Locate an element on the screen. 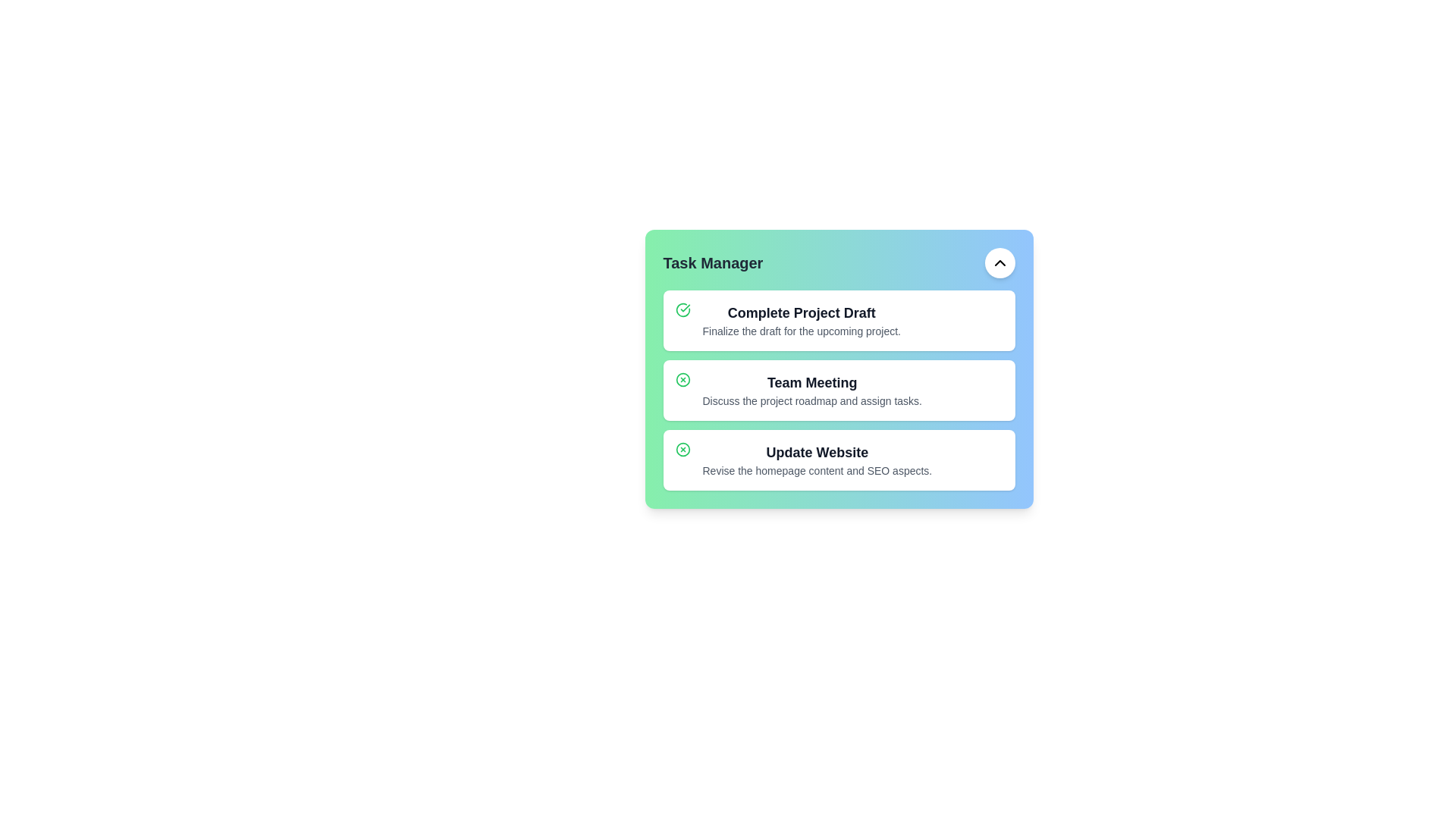 Image resolution: width=1456 pixels, height=819 pixels. the text of the task titled 'Team Meeting' is located at coordinates (811, 382).